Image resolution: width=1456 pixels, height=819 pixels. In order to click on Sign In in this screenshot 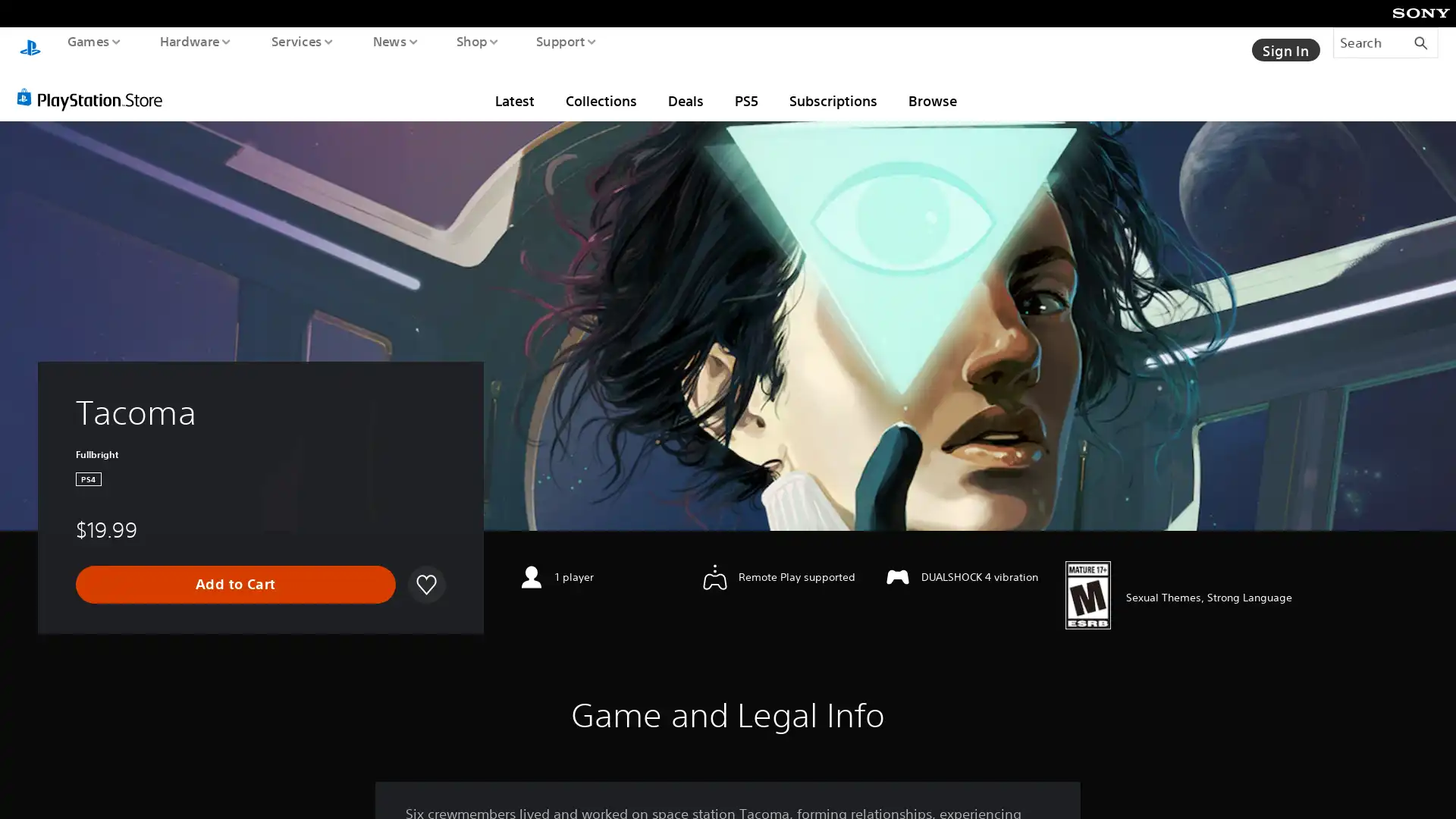, I will do `click(1284, 42)`.